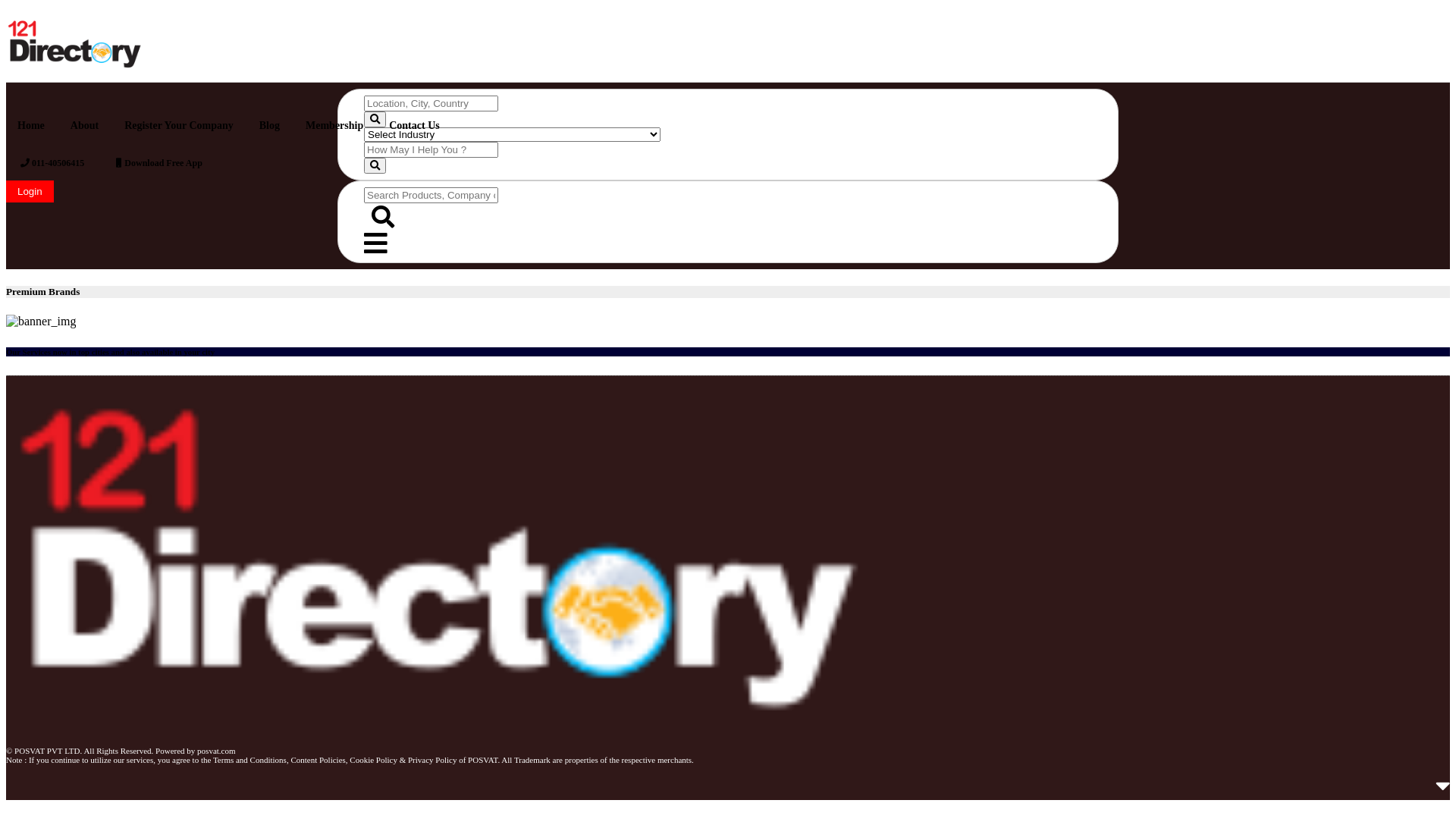 This screenshot has width=1456, height=819. What do you see at coordinates (83, 124) in the screenshot?
I see `'About'` at bounding box center [83, 124].